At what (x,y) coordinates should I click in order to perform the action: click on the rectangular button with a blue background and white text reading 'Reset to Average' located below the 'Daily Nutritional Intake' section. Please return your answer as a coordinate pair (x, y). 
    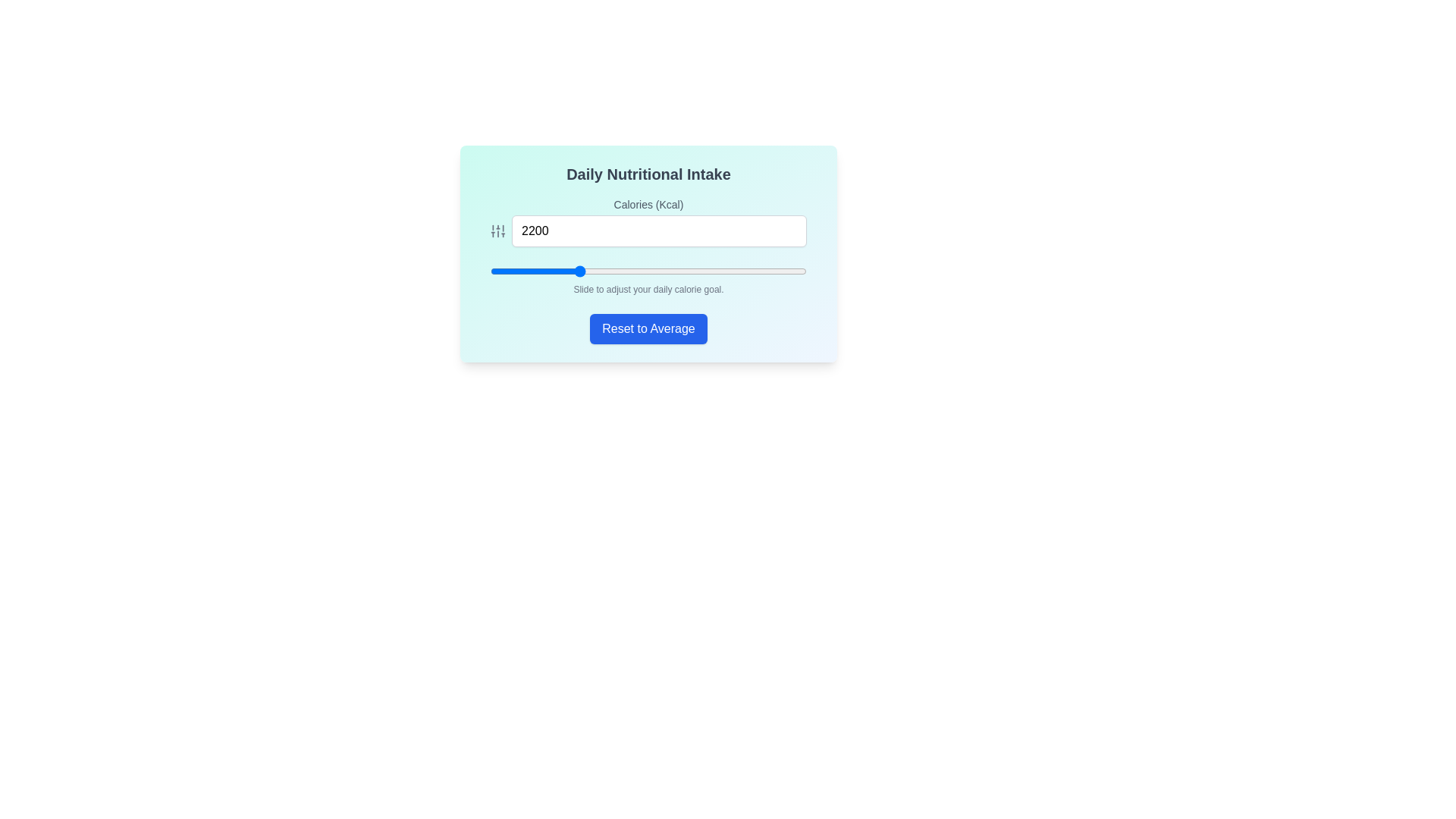
    Looking at the image, I should click on (648, 328).